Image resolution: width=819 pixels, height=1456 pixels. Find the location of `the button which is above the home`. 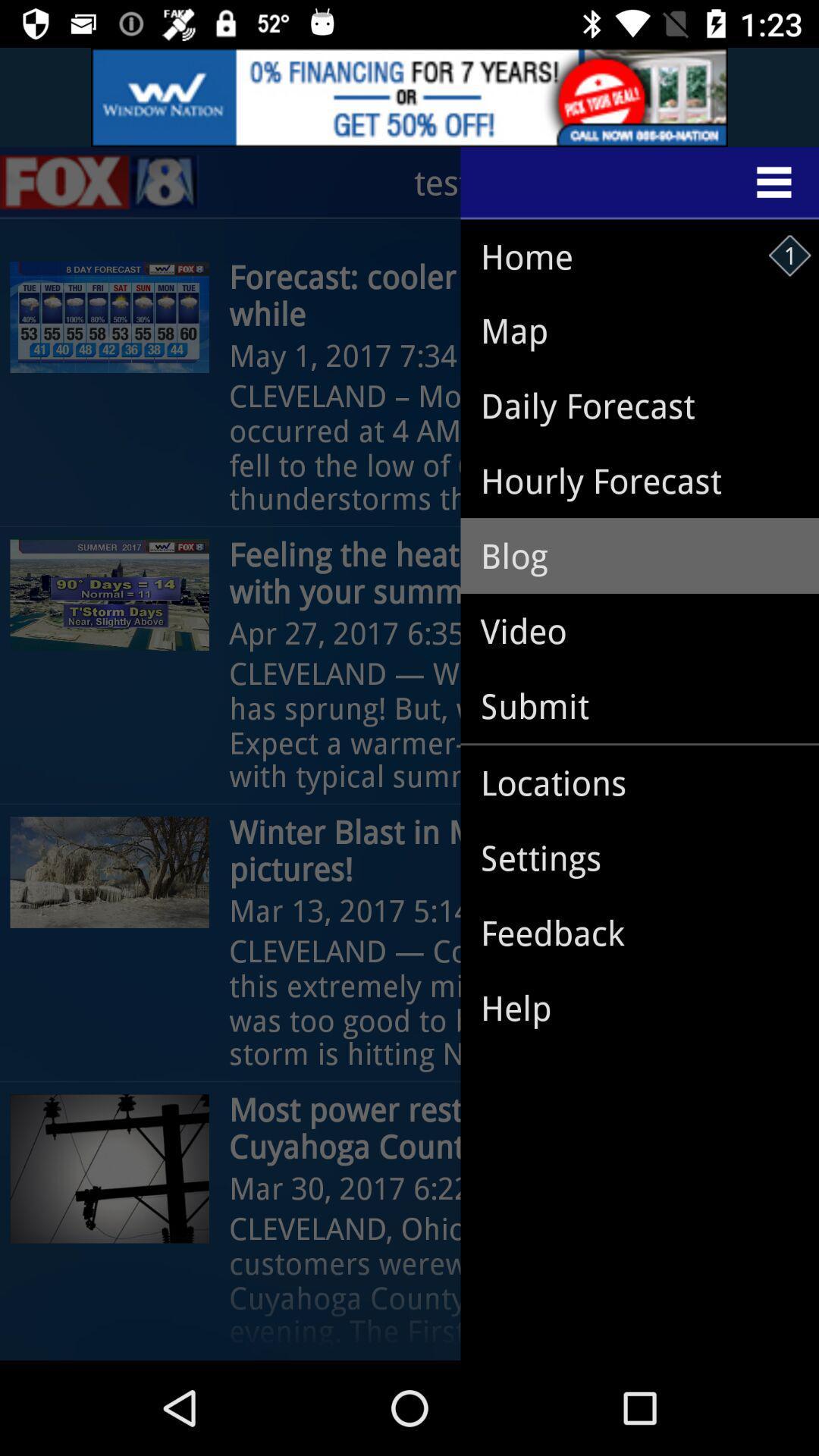

the button which is above the home is located at coordinates (640, 182).